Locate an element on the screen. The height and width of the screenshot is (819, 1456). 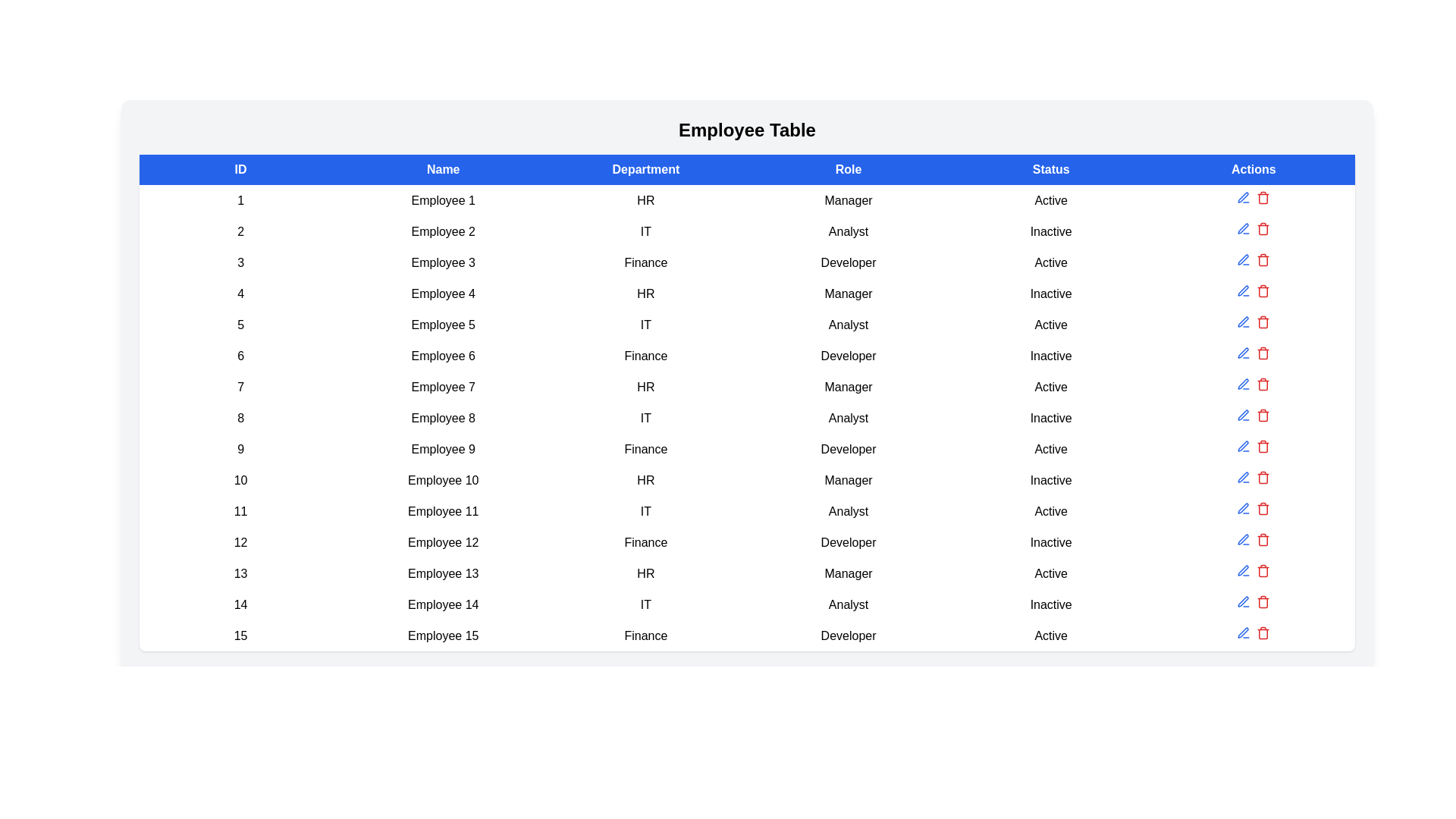
the expand/collapse control of a specific row to toggle its hierarchical details is located at coordinates (152, 189).